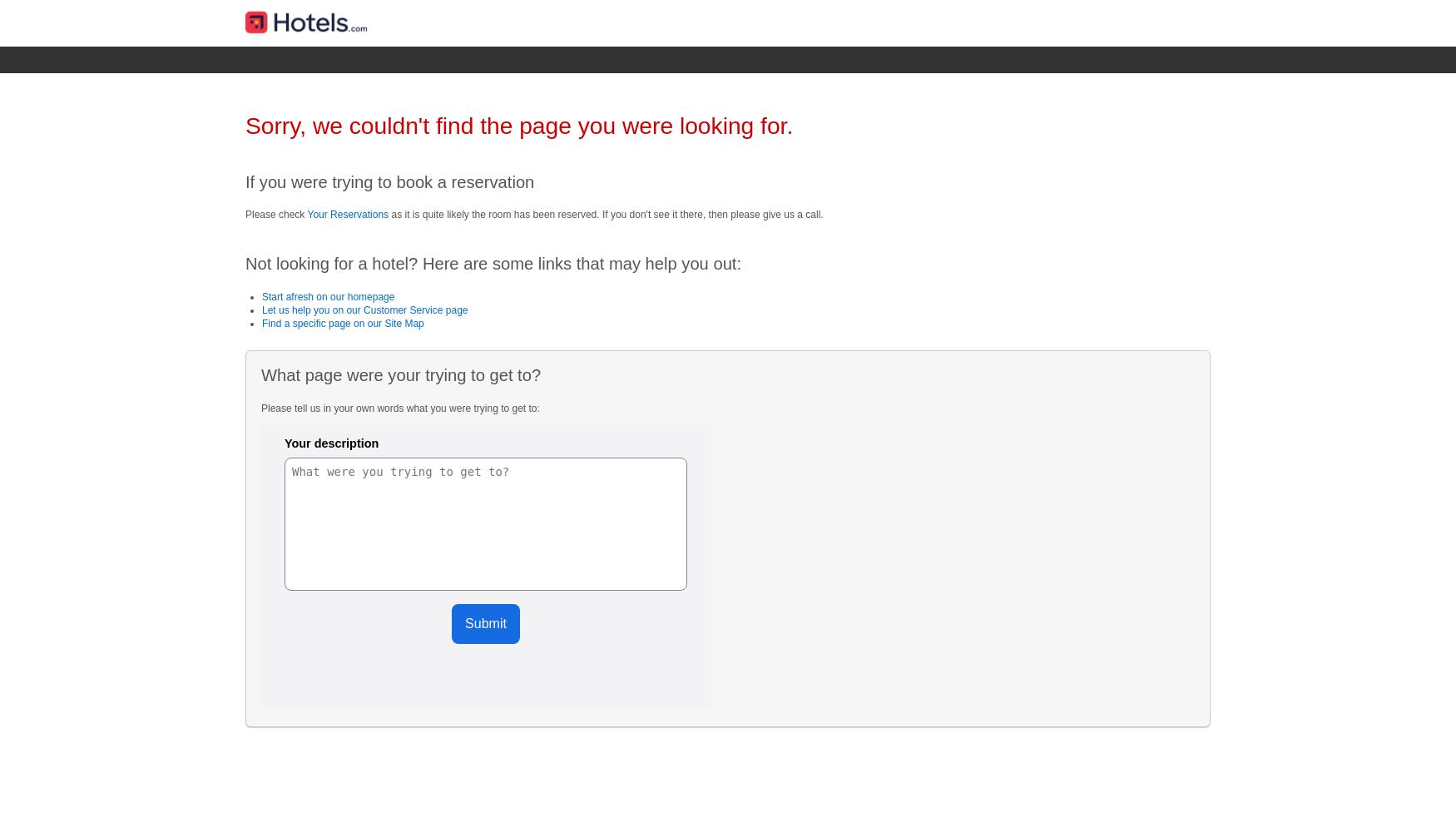 This screenshot has width=1456, height=832. I want to click on 'If you were trying to book a reservation', so click(389, 181).